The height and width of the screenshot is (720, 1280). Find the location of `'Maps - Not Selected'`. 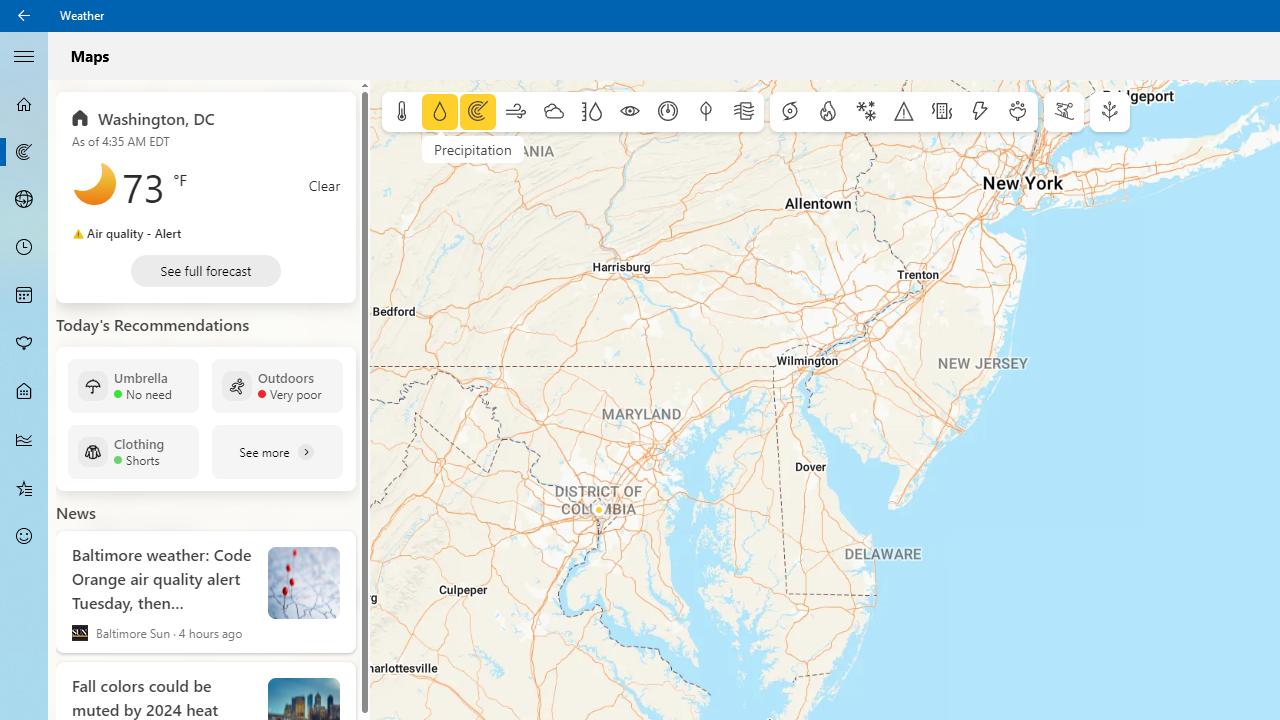

'Maps - Not Selected' is located at coordinates (24, 150).